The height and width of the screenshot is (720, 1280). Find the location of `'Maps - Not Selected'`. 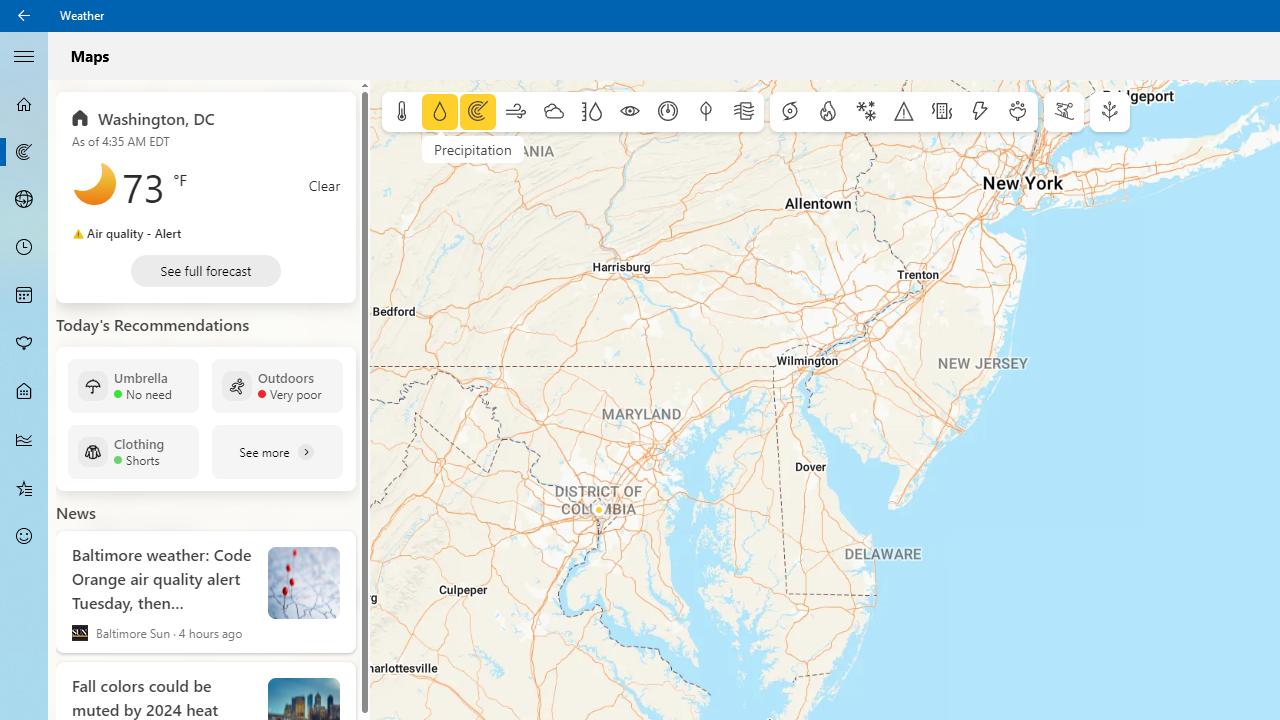

'Maps - Not Selected' is located at coordinates (24, 150).